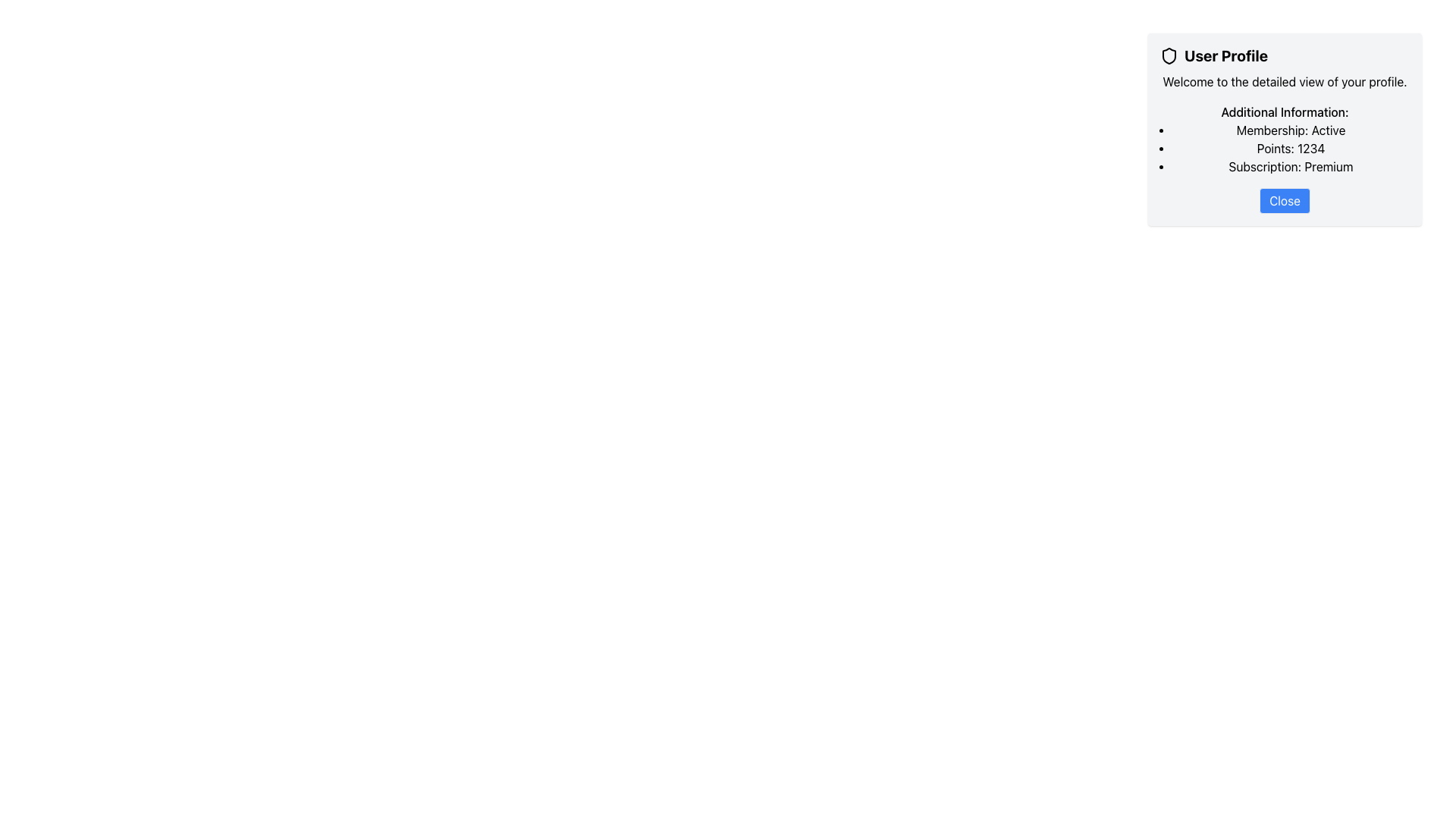  Describe the element at coordinates (1168, 55) in the screenshot. I see `the shield-shaped icon located to the left of the 'User Profile' text, which features a thin outline and rounded corners, indicating a protection design` at that location.